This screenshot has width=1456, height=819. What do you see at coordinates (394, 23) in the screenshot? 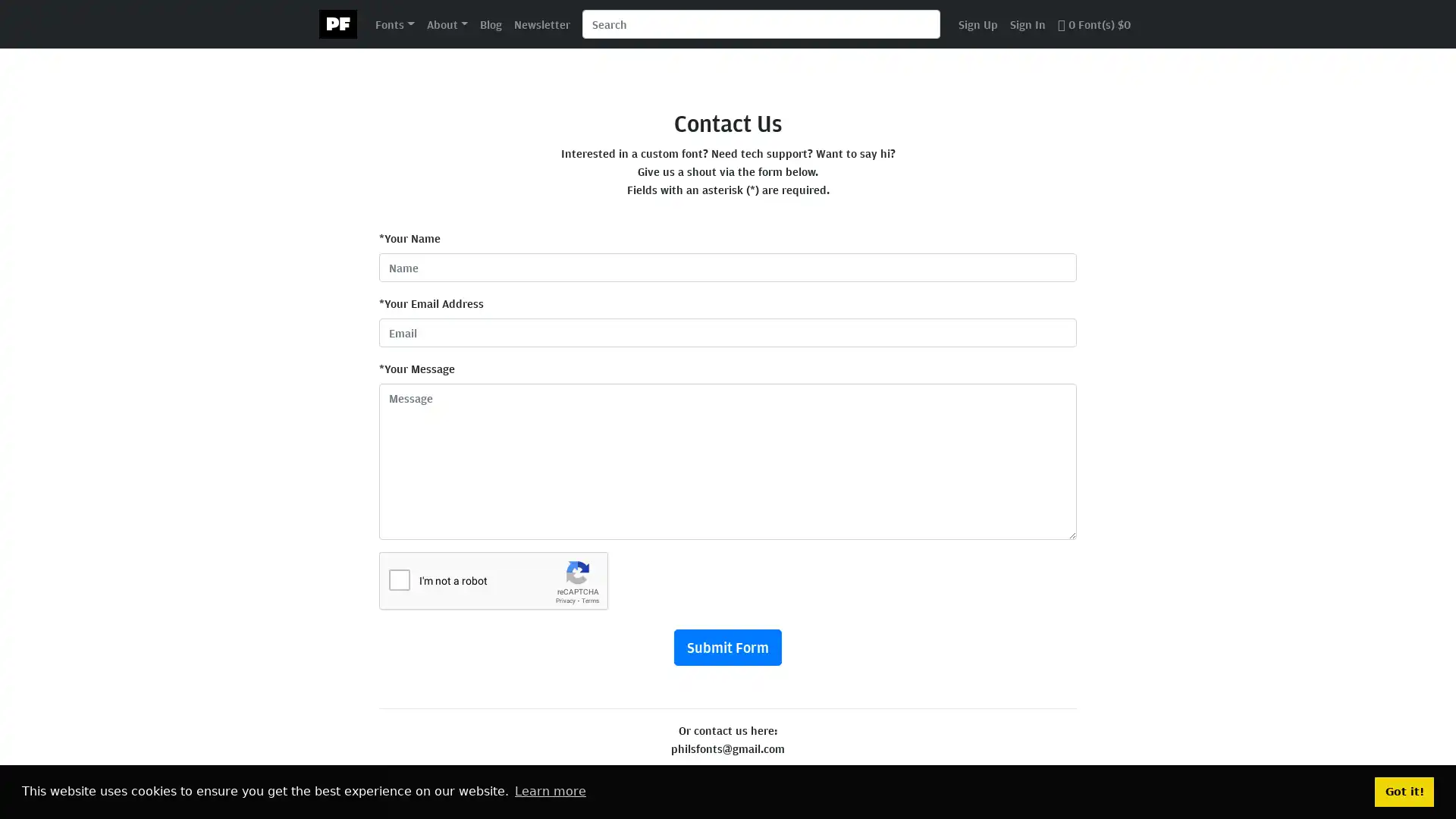
I see `Fonts` at bounding box center [394, 23].